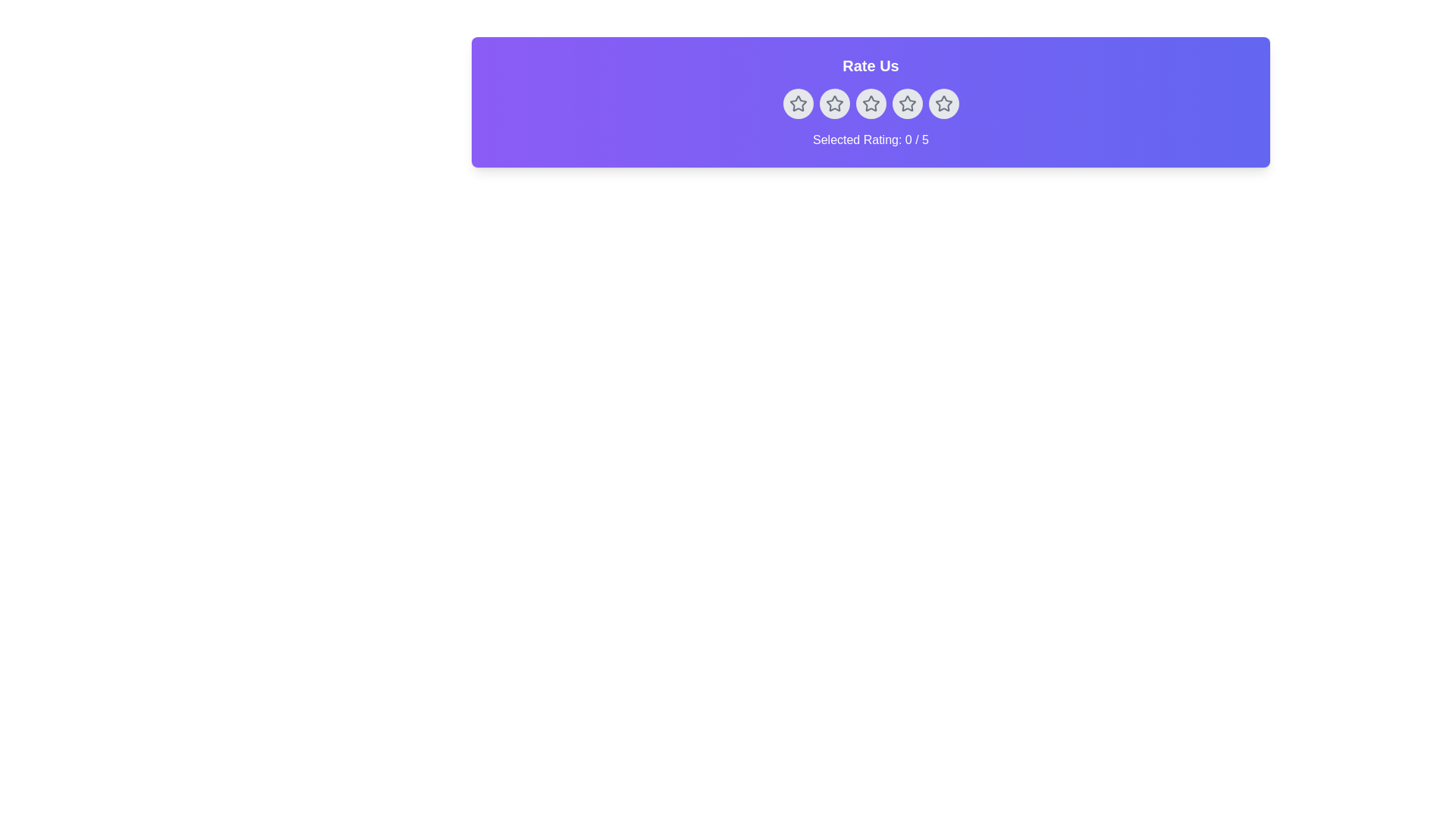 The image size is (1456, 819). What do you see at coordinates (797, 103) in the screenshot?
I see `the rating to 1 stars by clicking on the corresponding star` at bounding box center [797, 103].